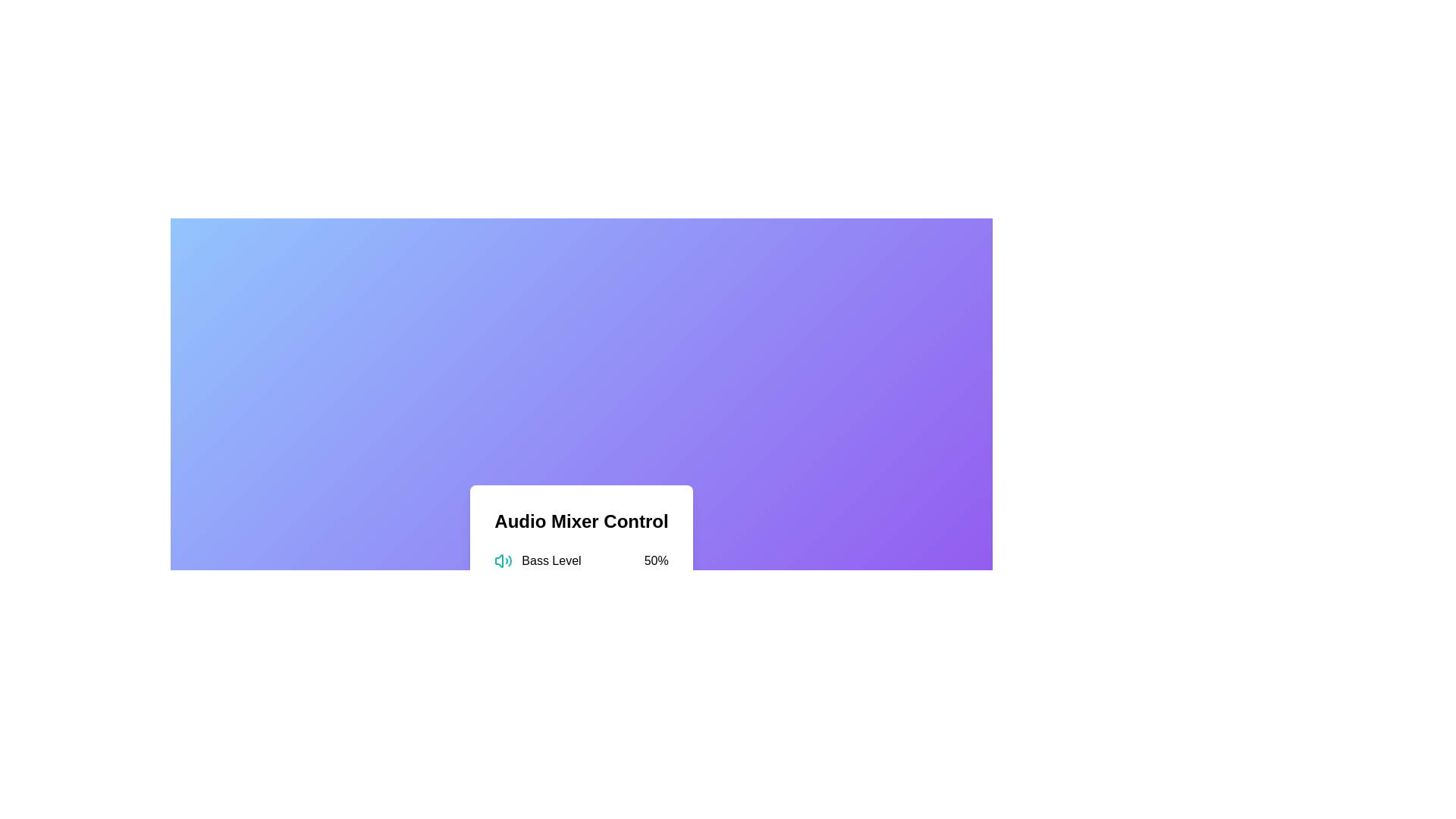  What do you see at coordinates (587, 579) in the screenshot?
I see `the Bass Level slider to 54%` at bounding box center [587, 579].